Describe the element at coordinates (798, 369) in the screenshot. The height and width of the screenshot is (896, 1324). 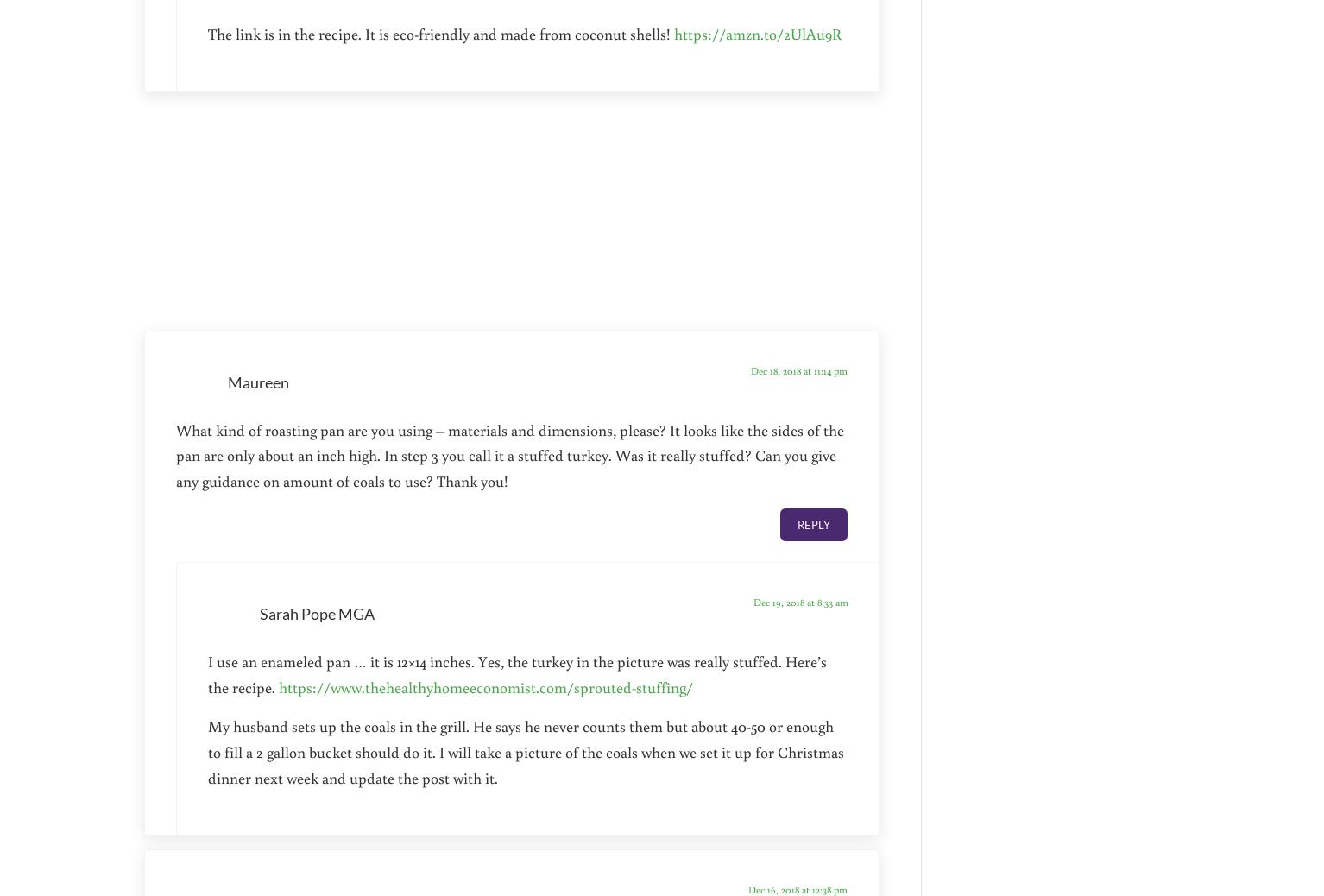
I see `'Dec 18, 2018 at 11:14 pm'` at that location.